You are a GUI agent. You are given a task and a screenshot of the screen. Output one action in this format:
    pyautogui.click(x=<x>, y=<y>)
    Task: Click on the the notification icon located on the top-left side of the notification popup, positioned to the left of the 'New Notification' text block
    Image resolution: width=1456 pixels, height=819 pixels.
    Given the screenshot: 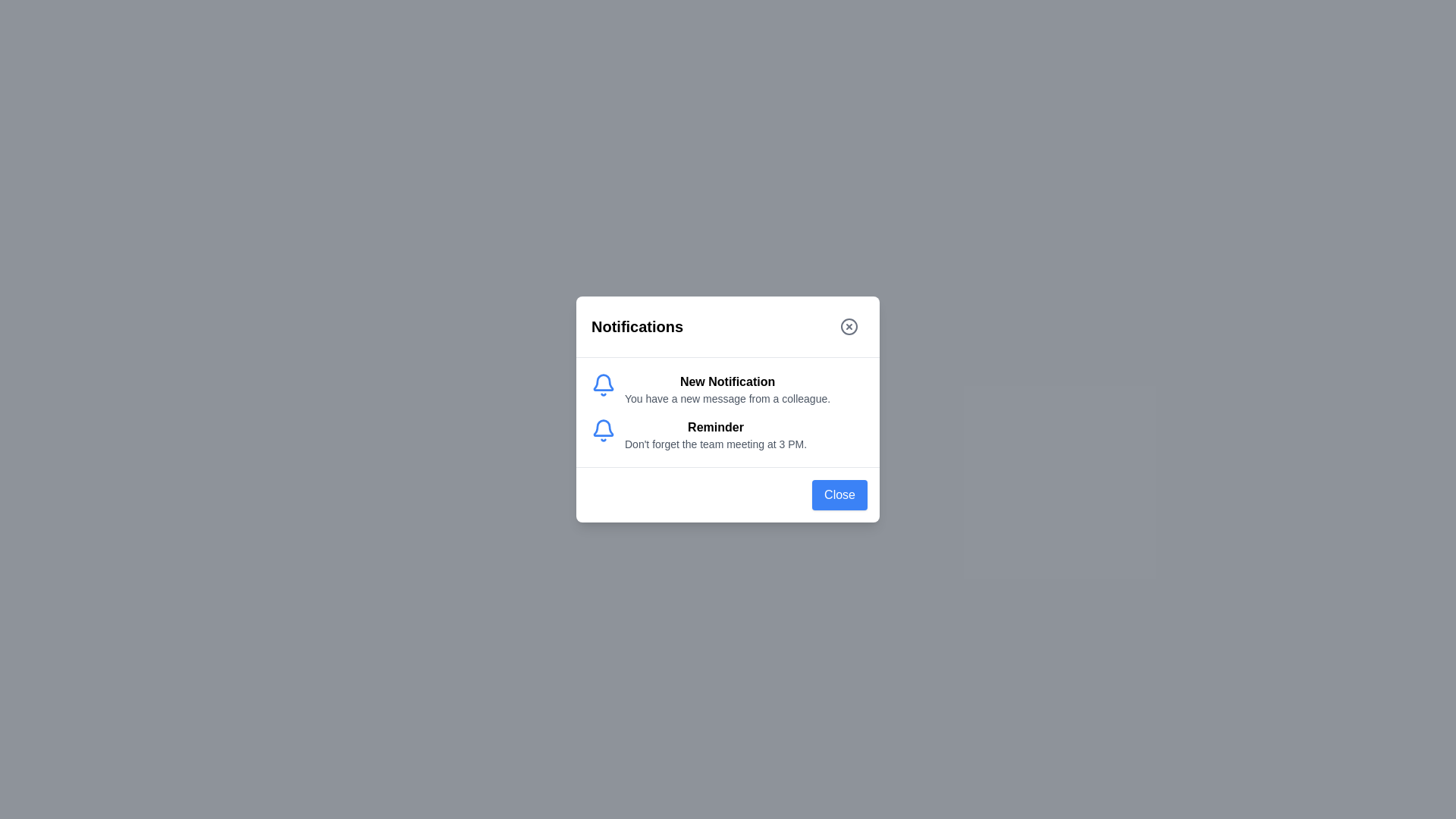 What is the action you would take?
    pyautogui.click(x=603, y=384)
    